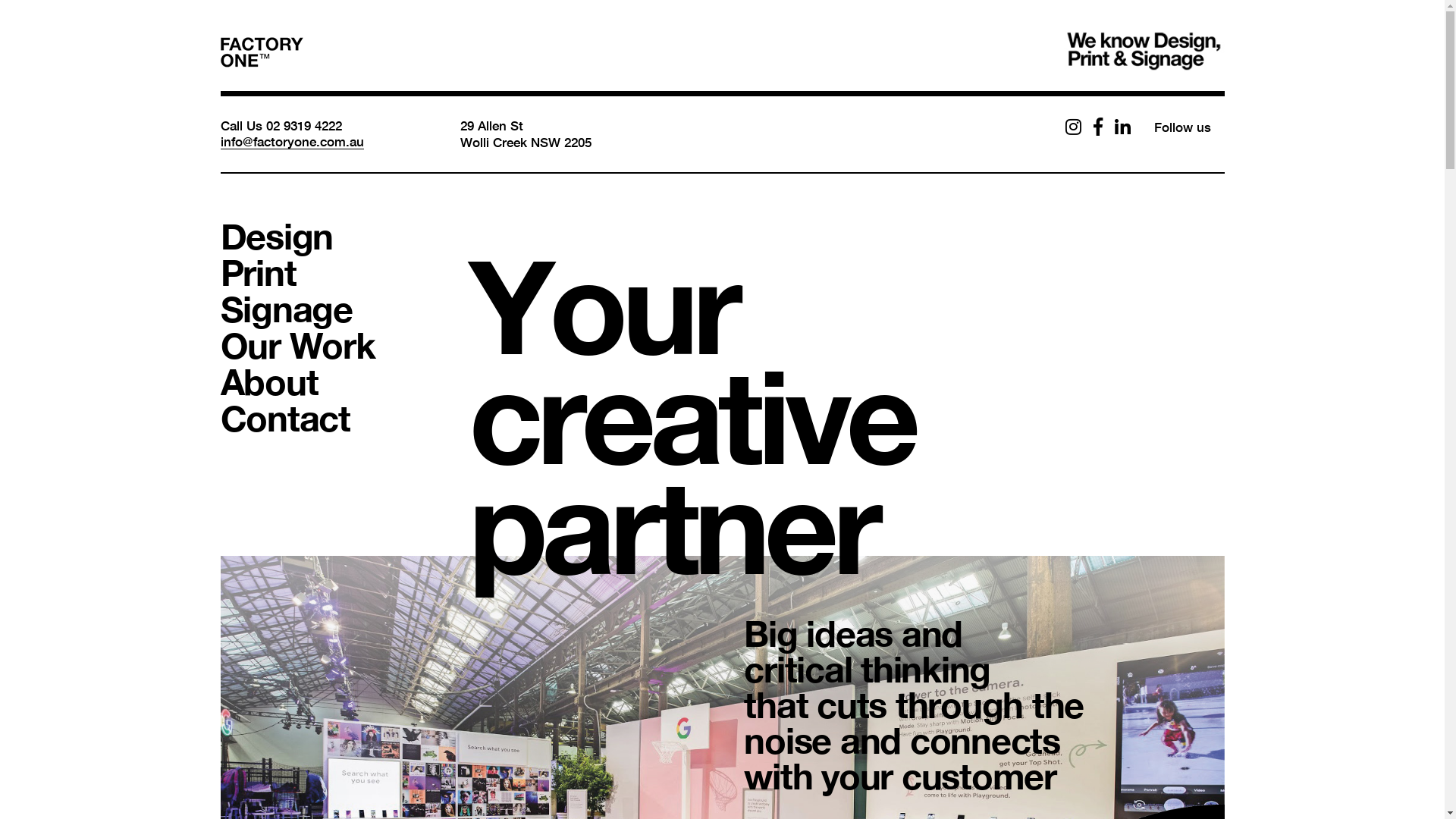 This screenshot has width=1456, height=819. What do you see at coordinates (291, 141) in the screenshot?
I see `'info@factoryone.com.au'` at bounding box center [291, 141].